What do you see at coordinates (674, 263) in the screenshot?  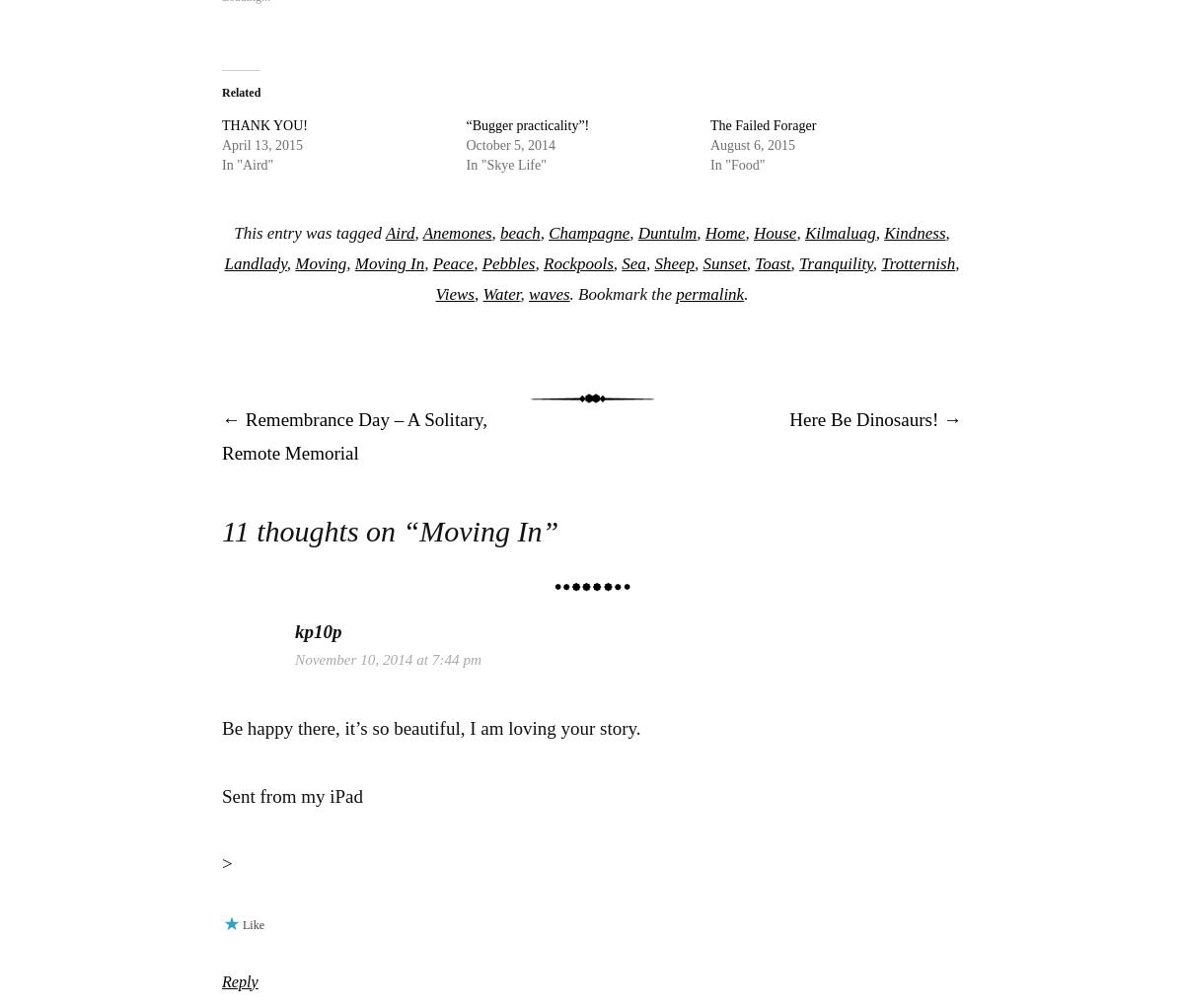 I see `'Sheep'` at bounding box center [674, 263].